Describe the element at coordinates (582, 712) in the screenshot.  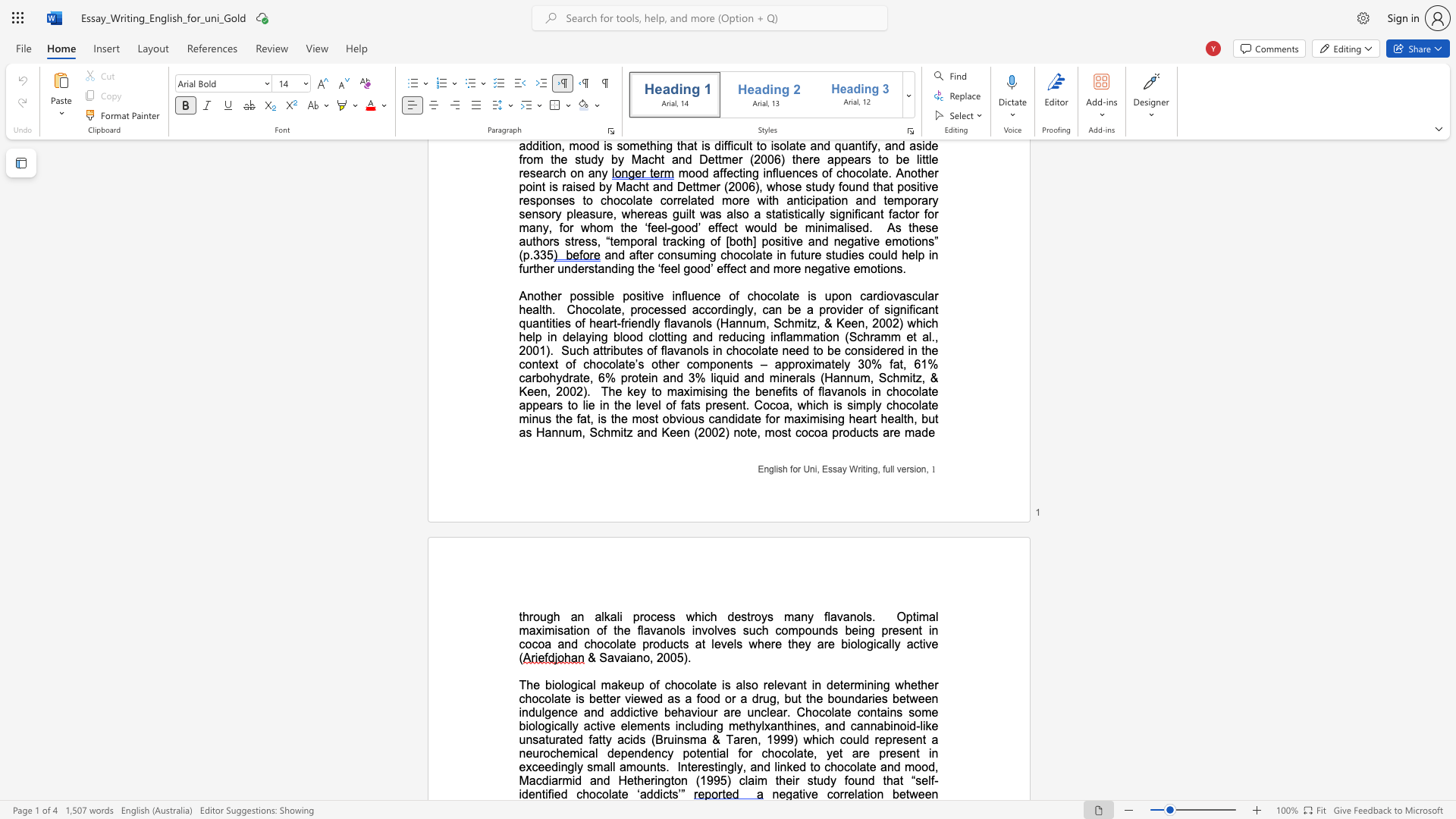
I see `the subset text "and addictive behav" within the text "whether chocolate is better viewed as a food or a drug, but the boundaries between indulgence and addictive behaviour are unclear. Chocolate"` at that location.